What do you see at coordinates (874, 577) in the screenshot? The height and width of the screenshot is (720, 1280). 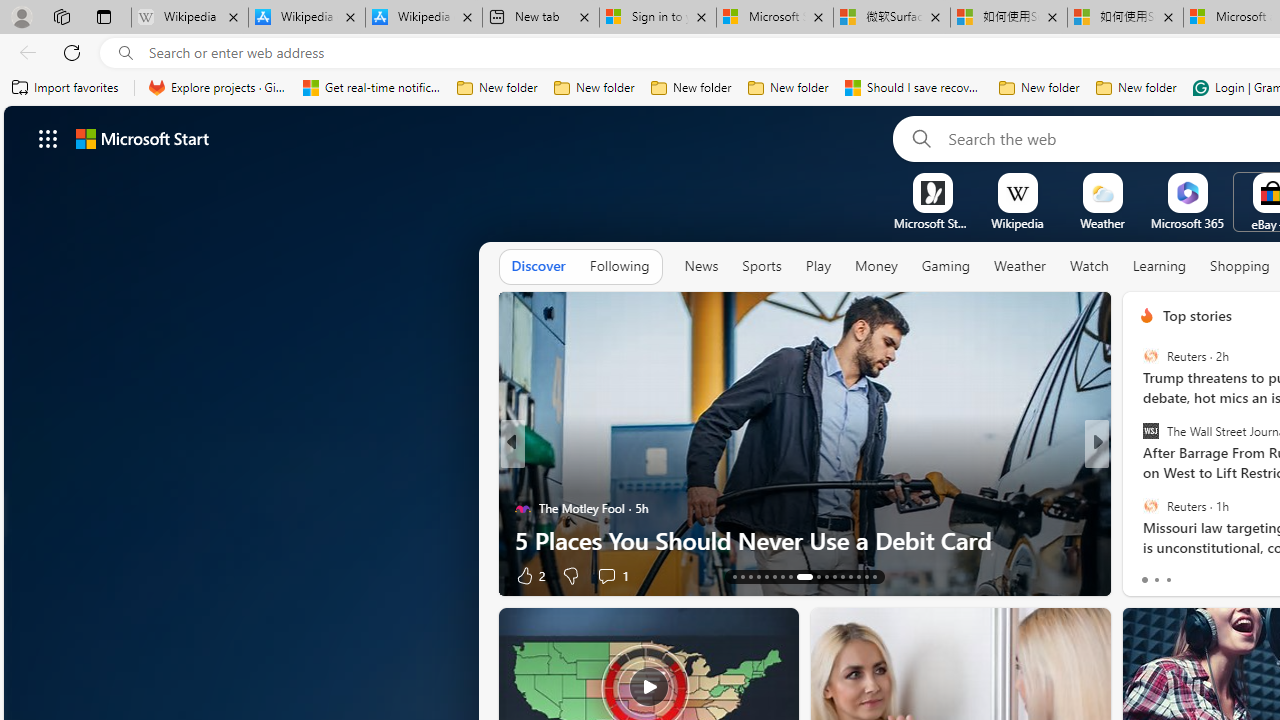 I see `'AutomationID: tab-29'` at bounding box center [874, 577].